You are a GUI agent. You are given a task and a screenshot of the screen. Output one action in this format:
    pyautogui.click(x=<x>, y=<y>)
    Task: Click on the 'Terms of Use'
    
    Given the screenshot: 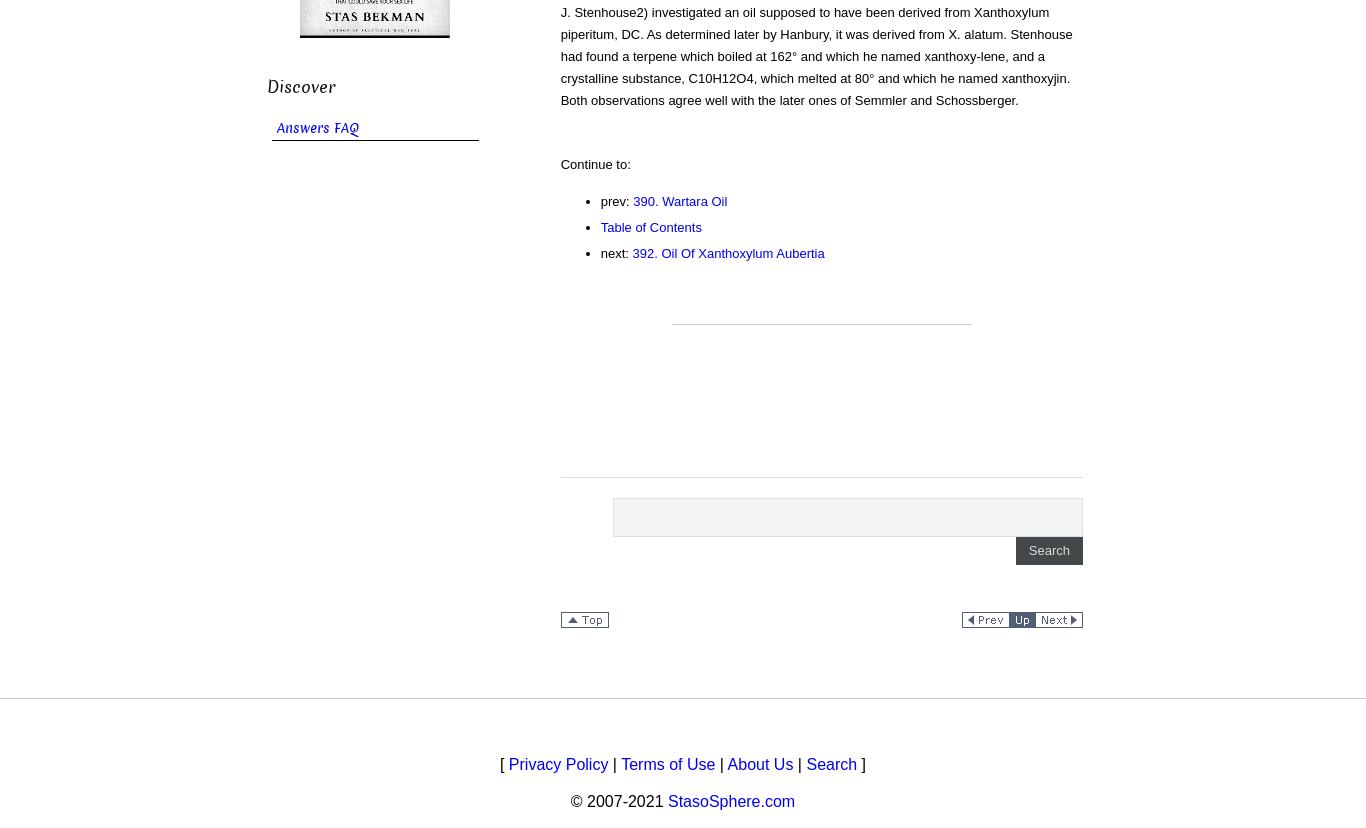 What is the action you would take?
    pyautogui.click(x=666, y=763)
    